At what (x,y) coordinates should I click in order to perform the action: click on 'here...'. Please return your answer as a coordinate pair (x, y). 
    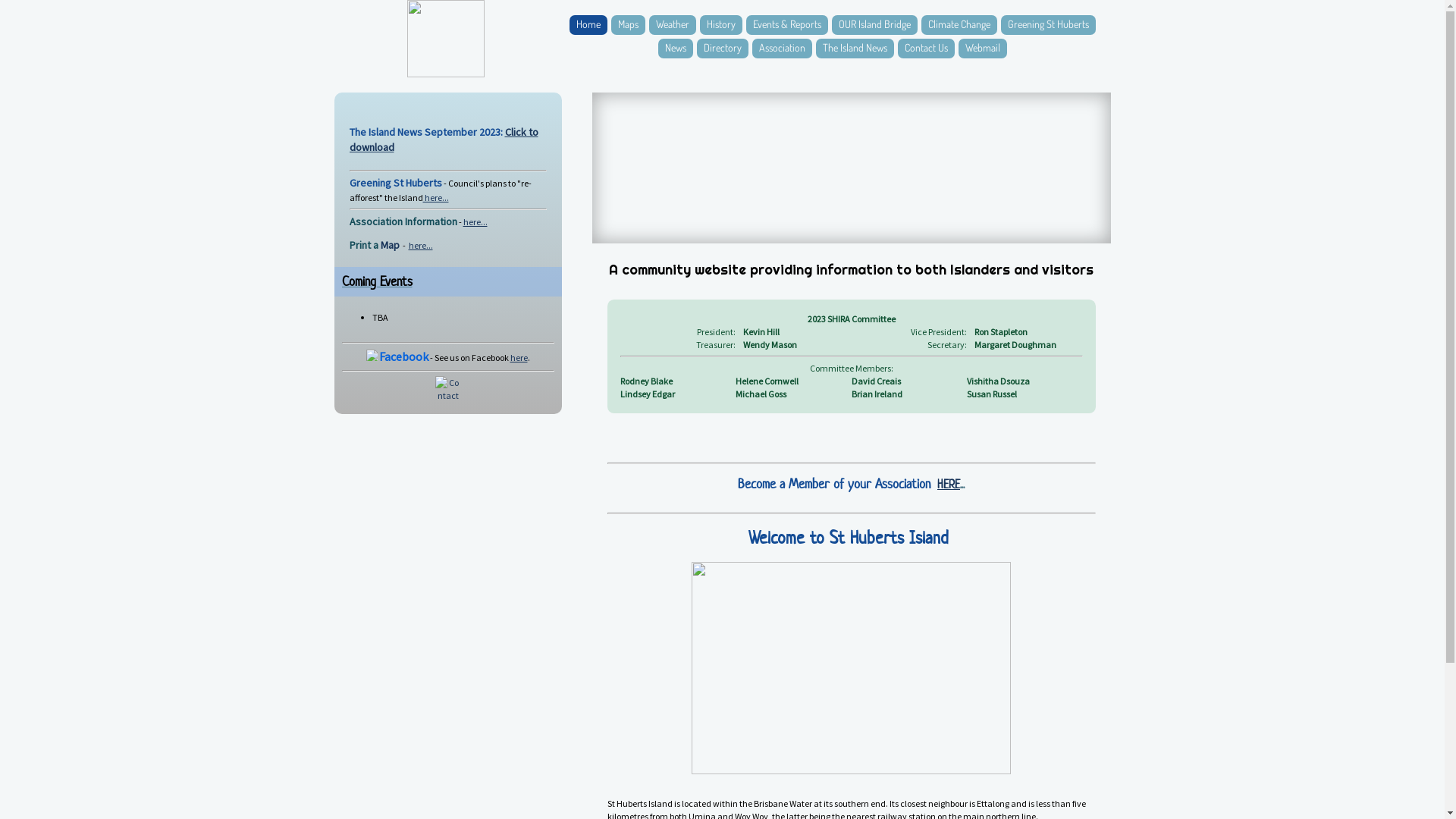
    Looking at the image, I should click on (419, 244).